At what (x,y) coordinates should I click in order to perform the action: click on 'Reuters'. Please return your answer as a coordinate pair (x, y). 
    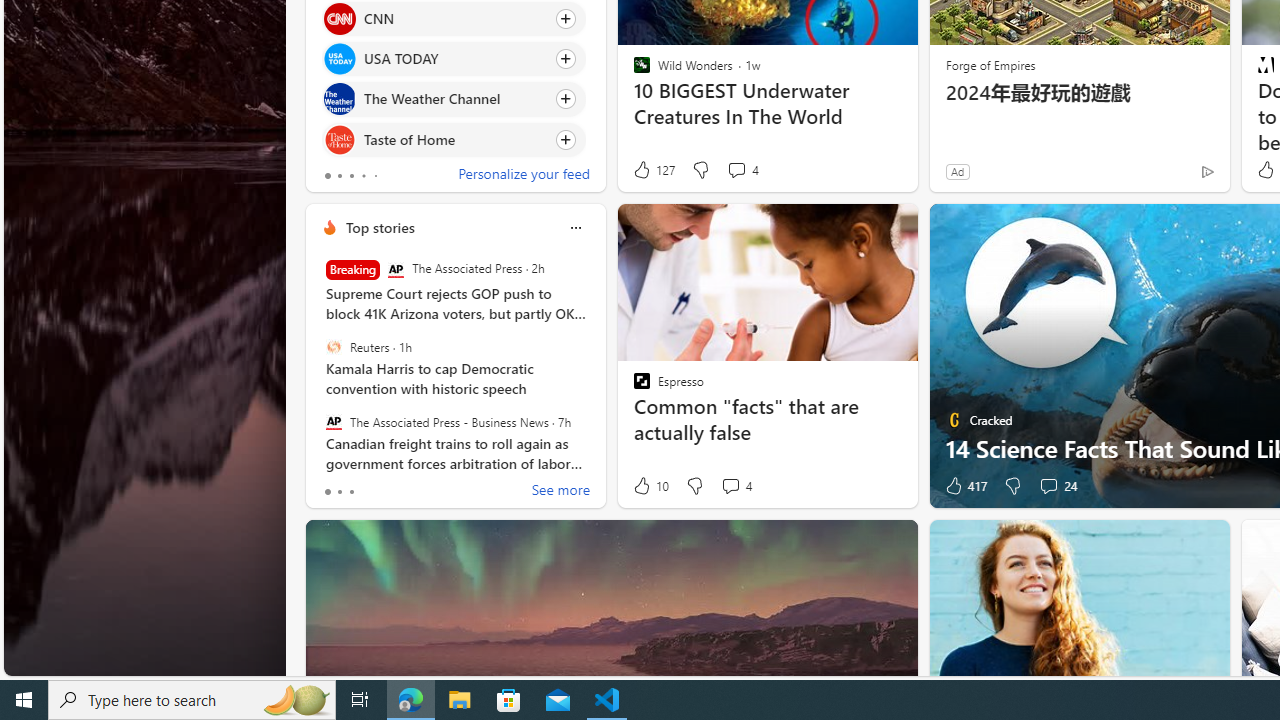
    Looking at the image, I should click on (333, 346).